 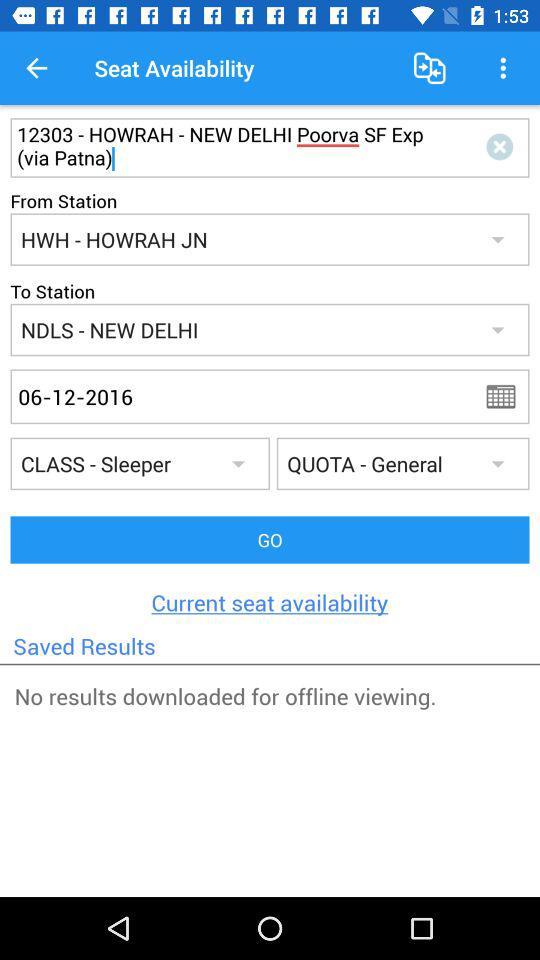 What do you see at coordinates (507, 395) in the screenshot?
I see `the item next to the 06-12-2016 item` at bounding box center [507, 395].